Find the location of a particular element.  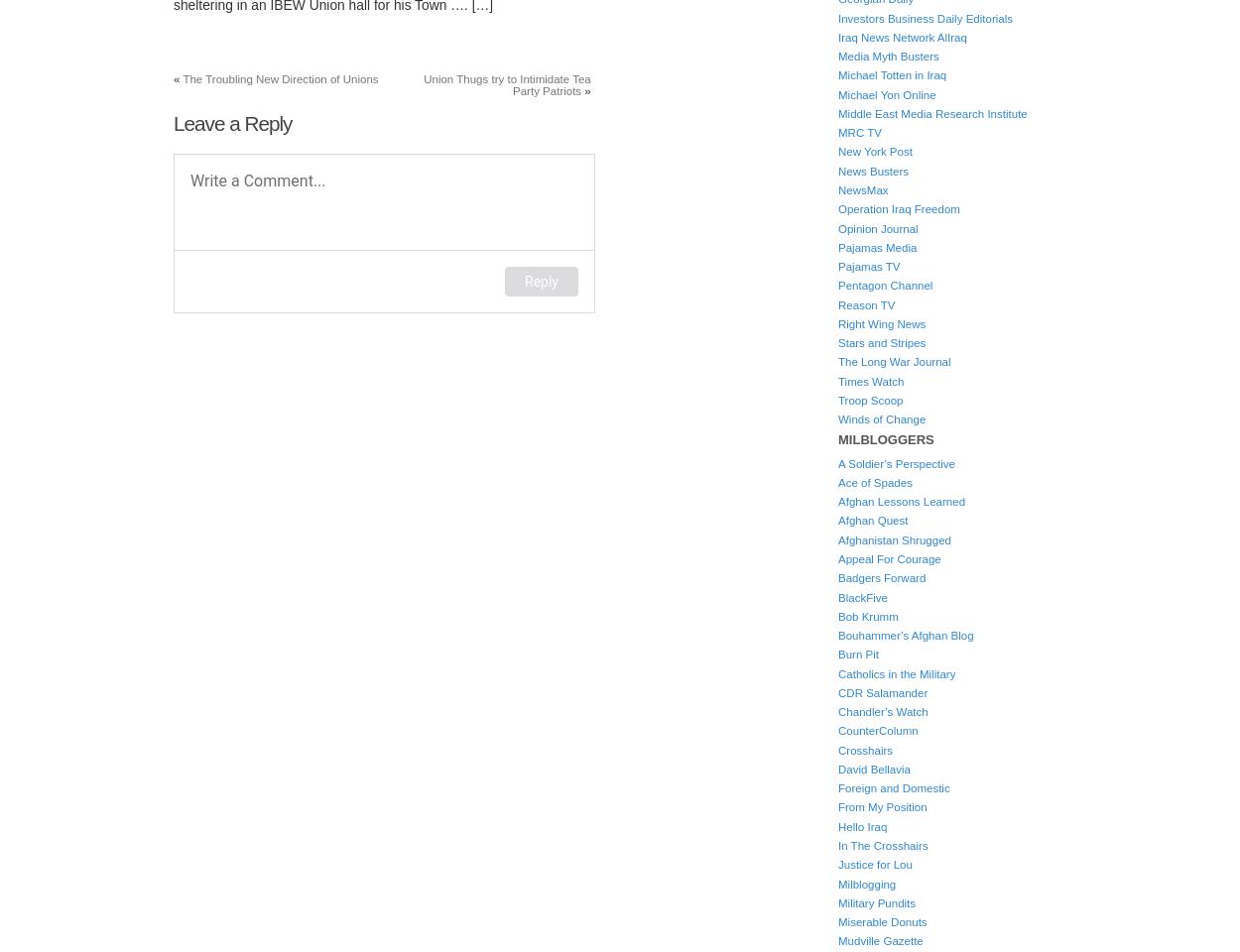

'Milbloggers' is located at coordinates (886, 439).